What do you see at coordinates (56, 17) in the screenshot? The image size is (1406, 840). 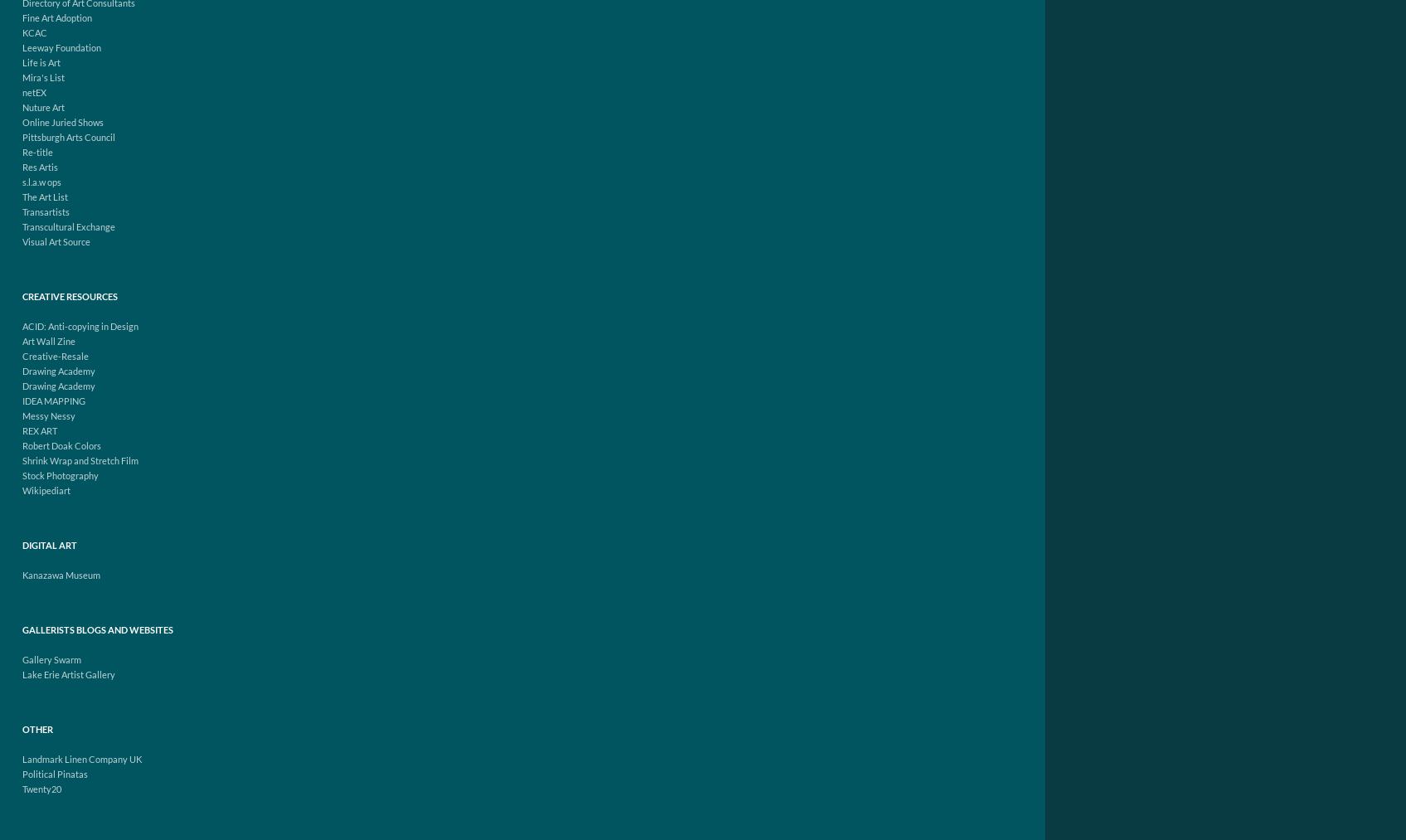 I see `'Fine Art Adoption'` at bounding box center [56, 17].